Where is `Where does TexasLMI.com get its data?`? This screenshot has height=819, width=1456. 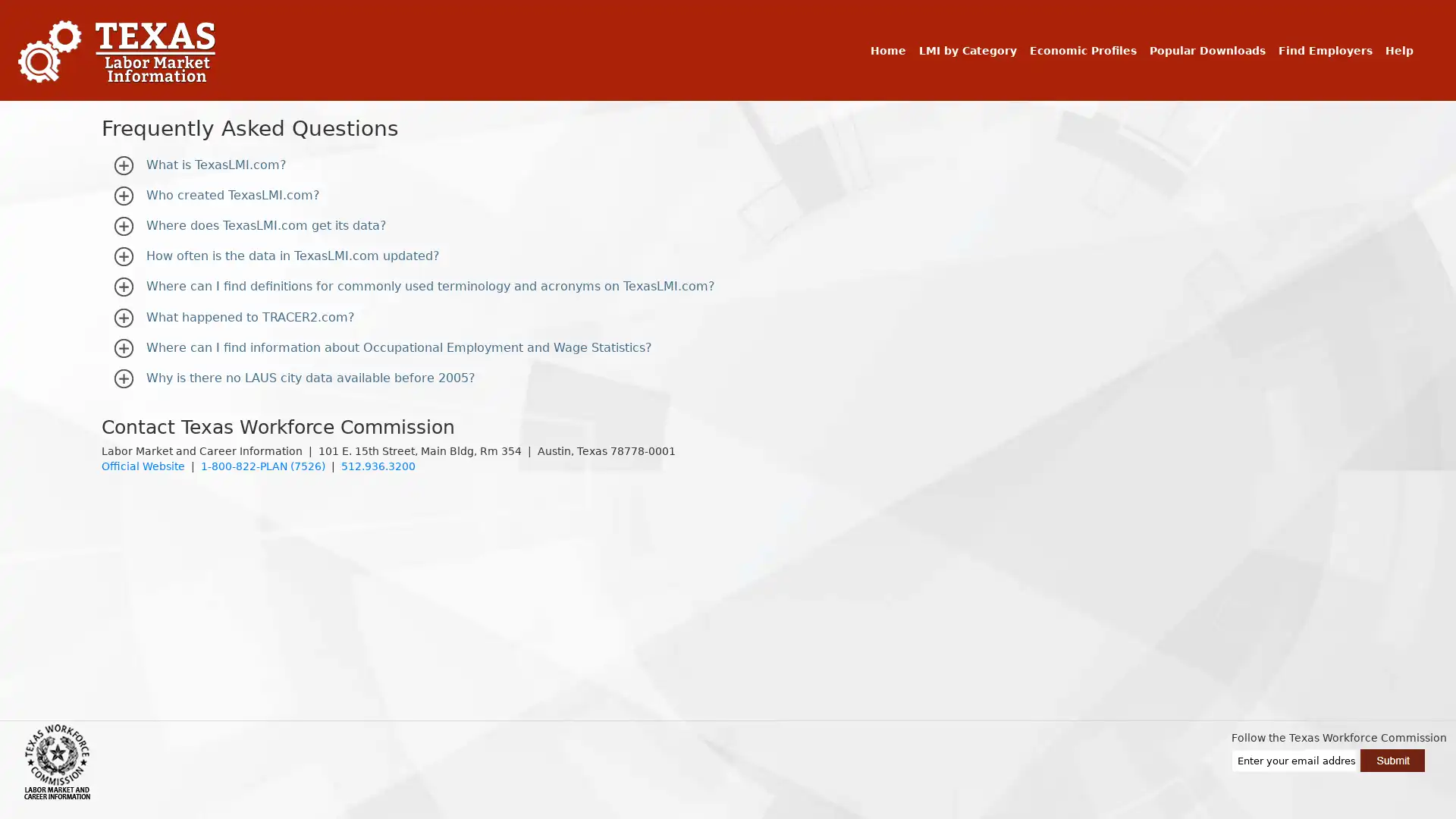 Where does TexasLMI.com get its data? is located at coordinates (726, 225).